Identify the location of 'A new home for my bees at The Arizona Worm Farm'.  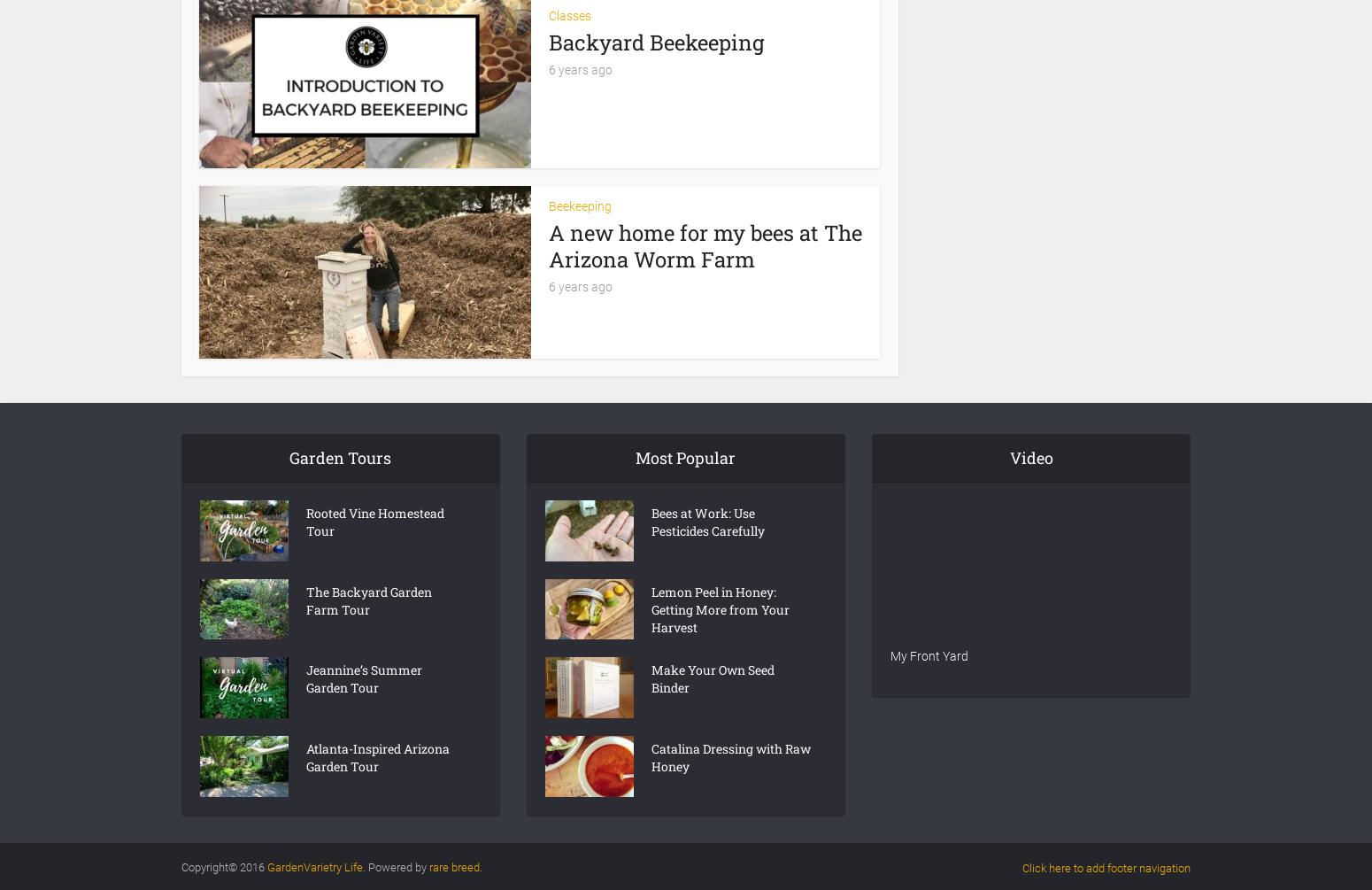
(549, 244).